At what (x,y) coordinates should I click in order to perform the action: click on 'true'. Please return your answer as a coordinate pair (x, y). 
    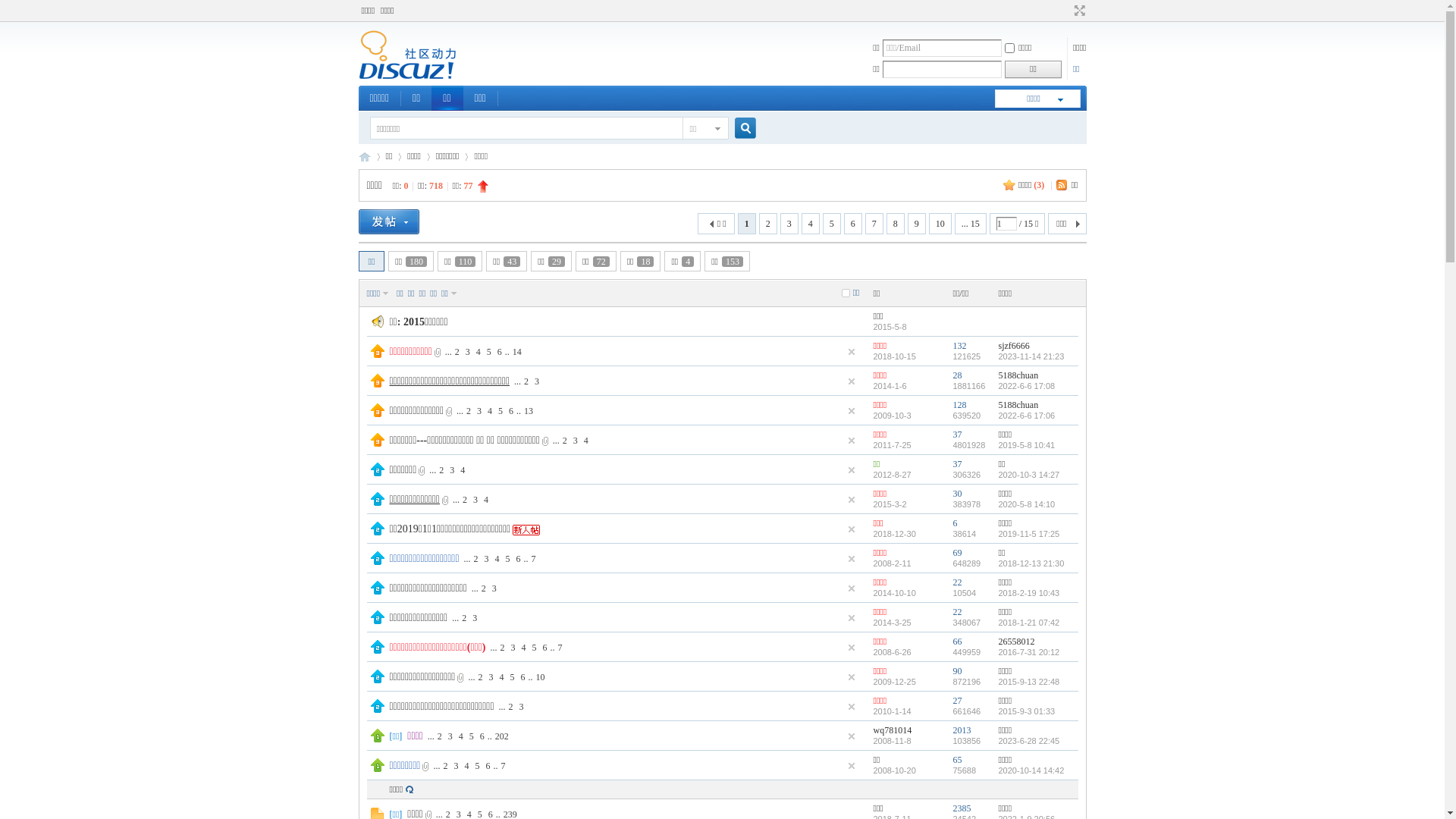
    Looking at the image, I should click on (739, 127).